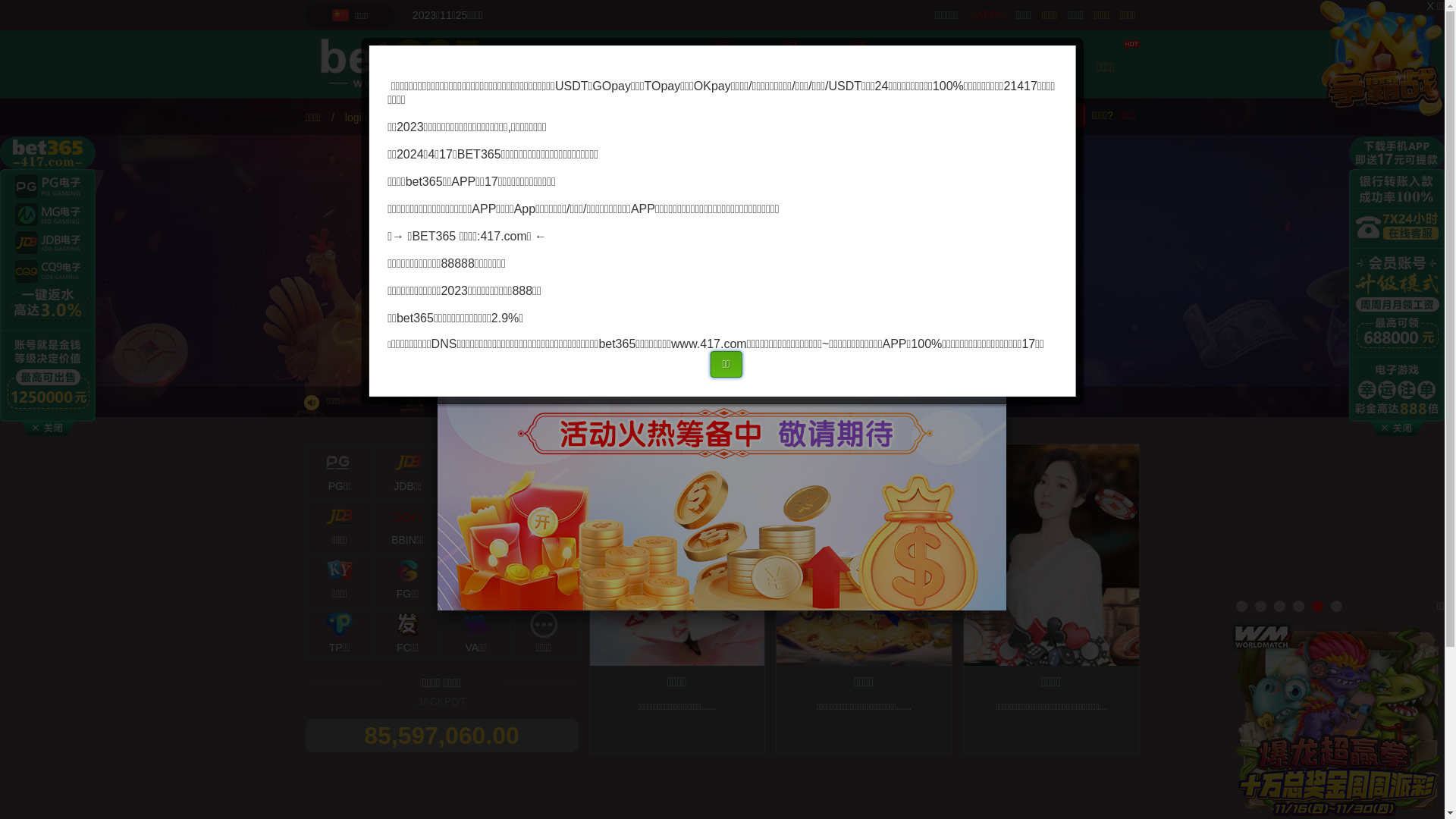 This screenshot has height=819, width=1456. Describe the element at coordinates (1336, 605) in the screenshot. I see `'6'` at that location.